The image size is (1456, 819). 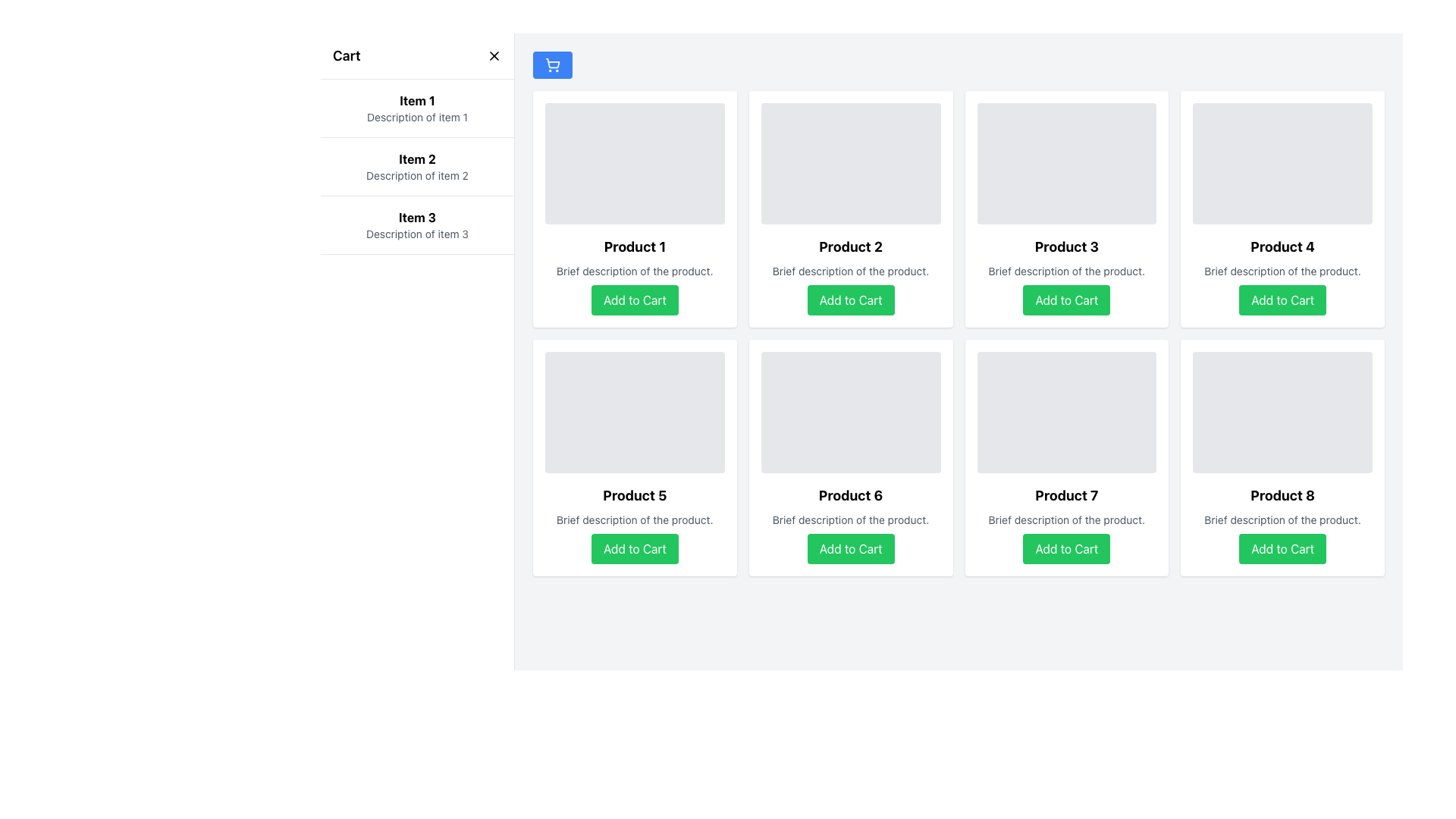 What do you see at coordinates (851, 246) in the screenshot?
I see `text content of the product title label located in the second product card of the first row, situated below the placeholder image and above the description and 'Add to Cart' button` at bounding box center [851, 246].